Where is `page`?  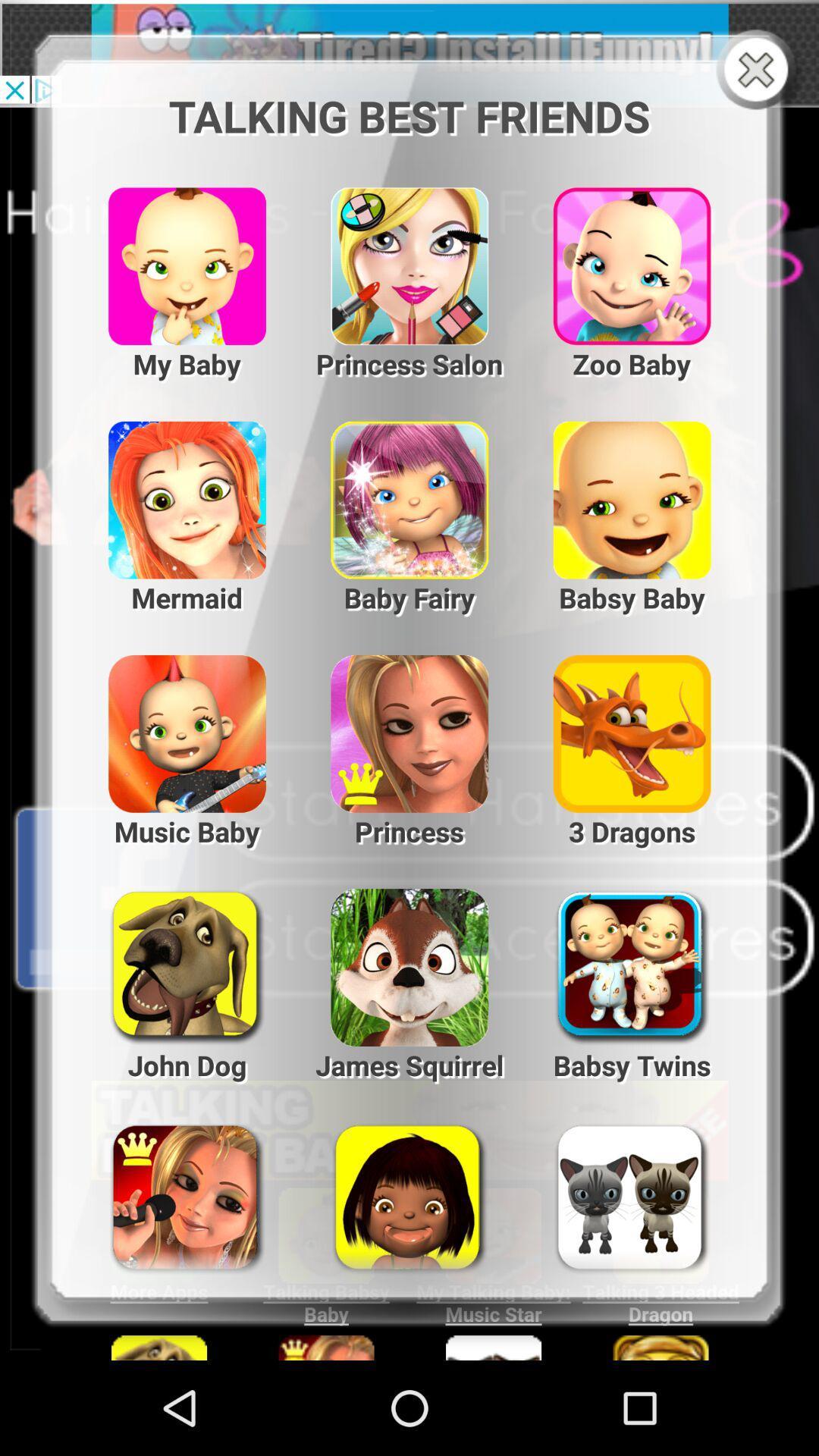
page is located at coordinates (759, 71).